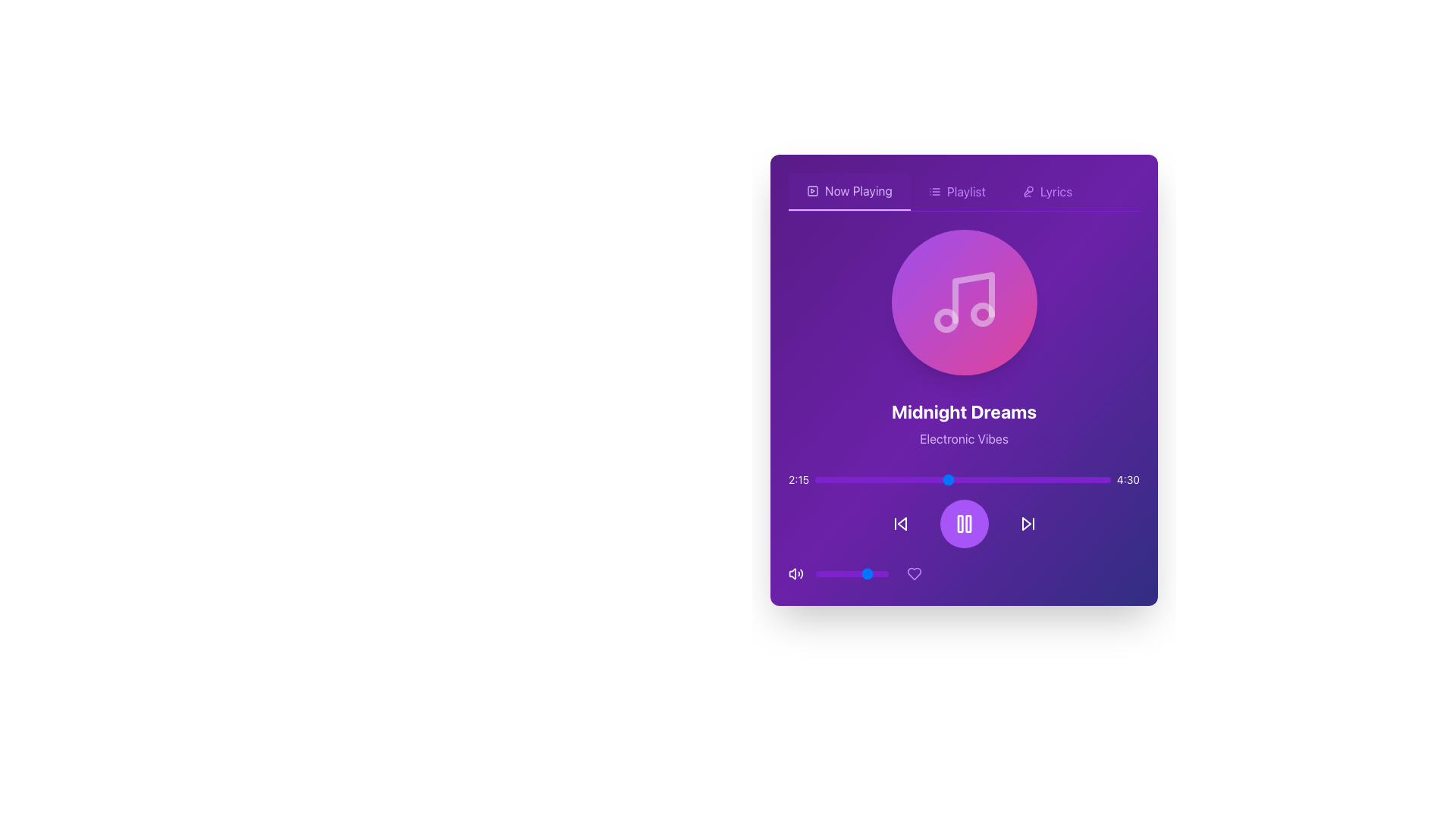  What do you see at coordinates (965, 191) in the screenshot?
I see `the 'Playlist' text label in the navigation interface` at bounding box center [965, 191].